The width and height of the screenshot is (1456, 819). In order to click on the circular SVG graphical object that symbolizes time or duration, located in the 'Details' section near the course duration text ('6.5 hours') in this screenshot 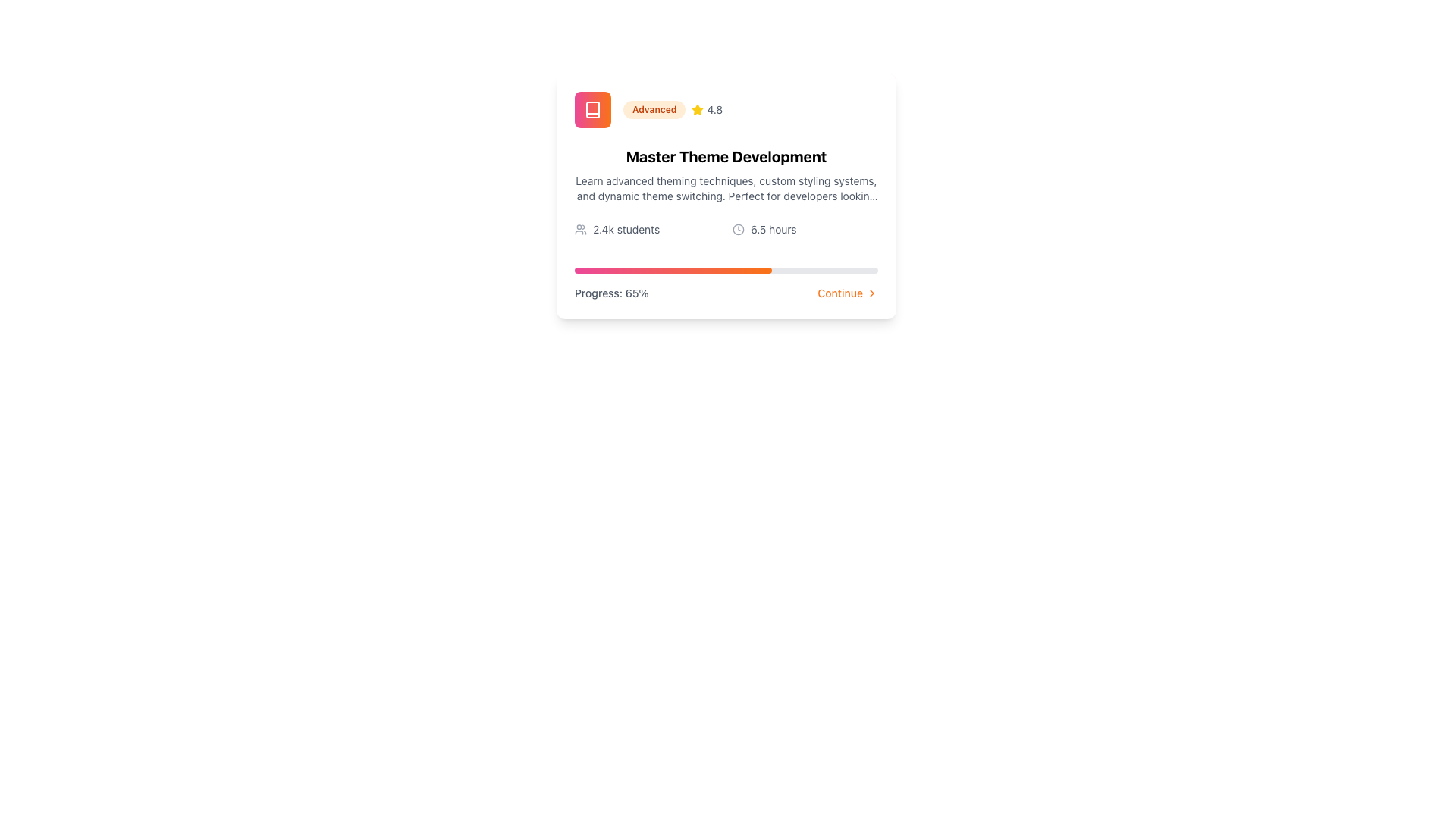, I will do `click(739, 230)`.